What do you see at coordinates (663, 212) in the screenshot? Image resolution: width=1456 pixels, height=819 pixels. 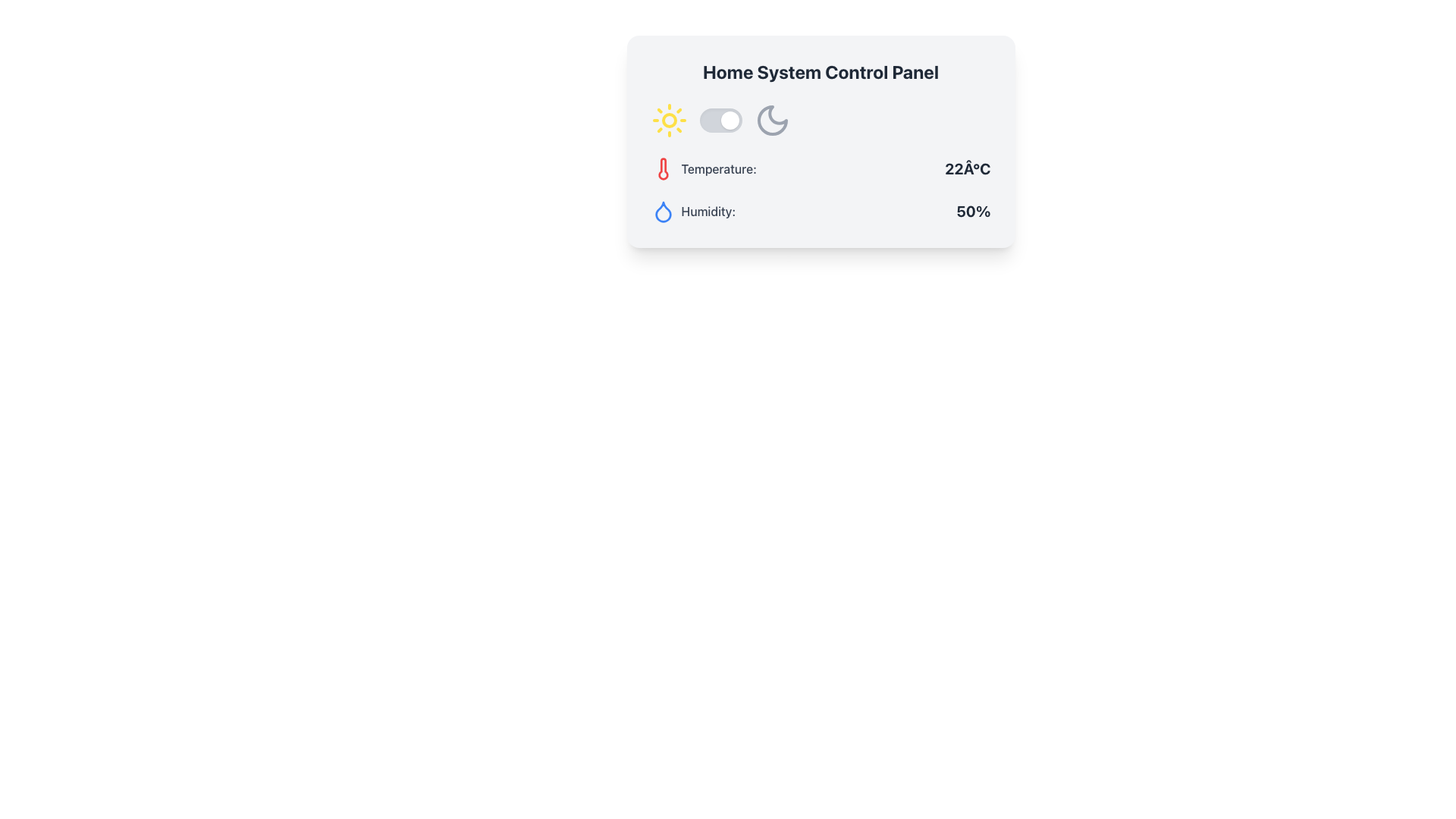 I see `the humidity level indicator icon located to the left of the 'Humidity:' label in the 'Home System Control Panel.'` at bounding box center [663, 212].